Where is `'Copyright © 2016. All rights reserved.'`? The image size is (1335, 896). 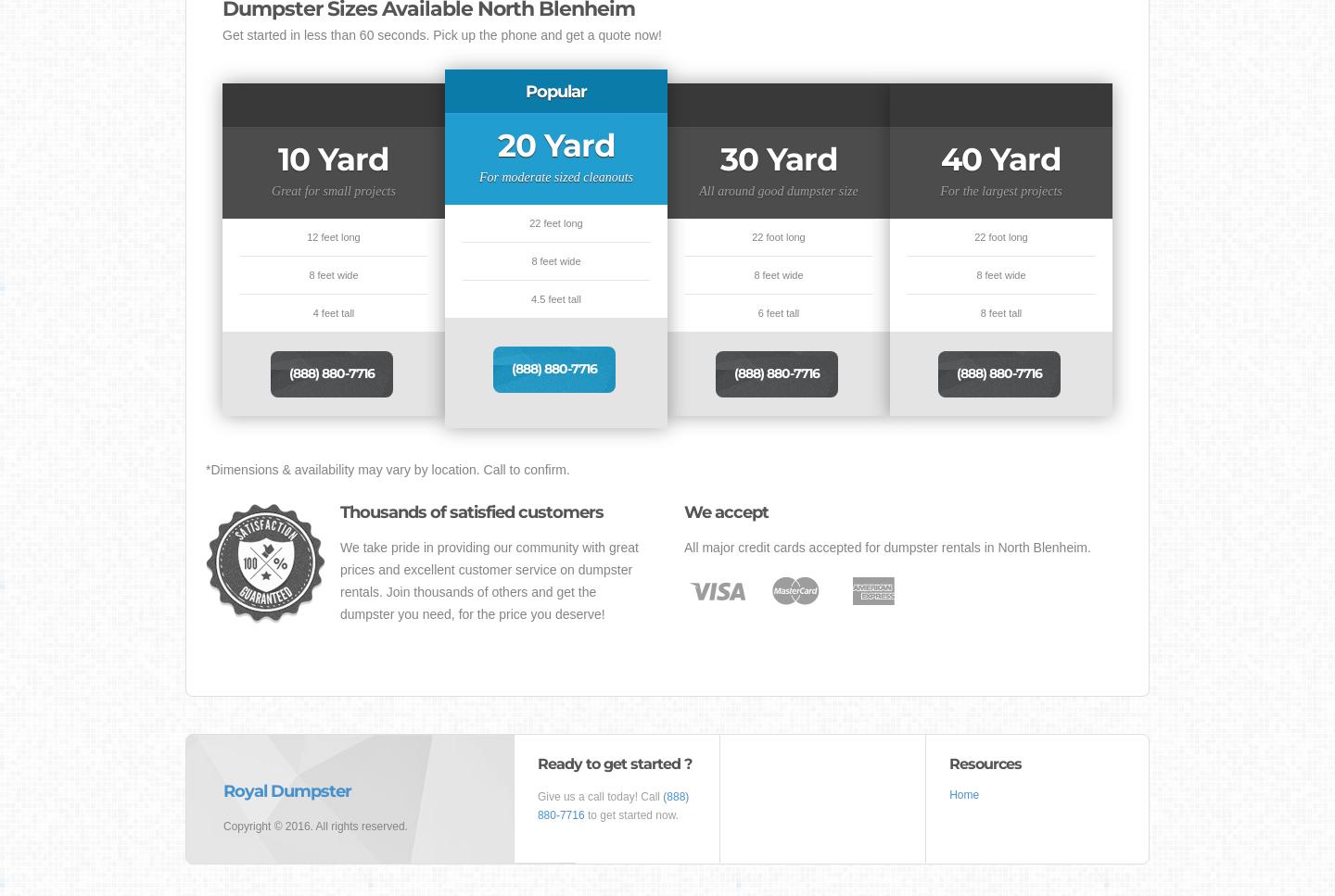 'Copyright © 2016. All rights reserved.' is located at coordinates (222, 825).